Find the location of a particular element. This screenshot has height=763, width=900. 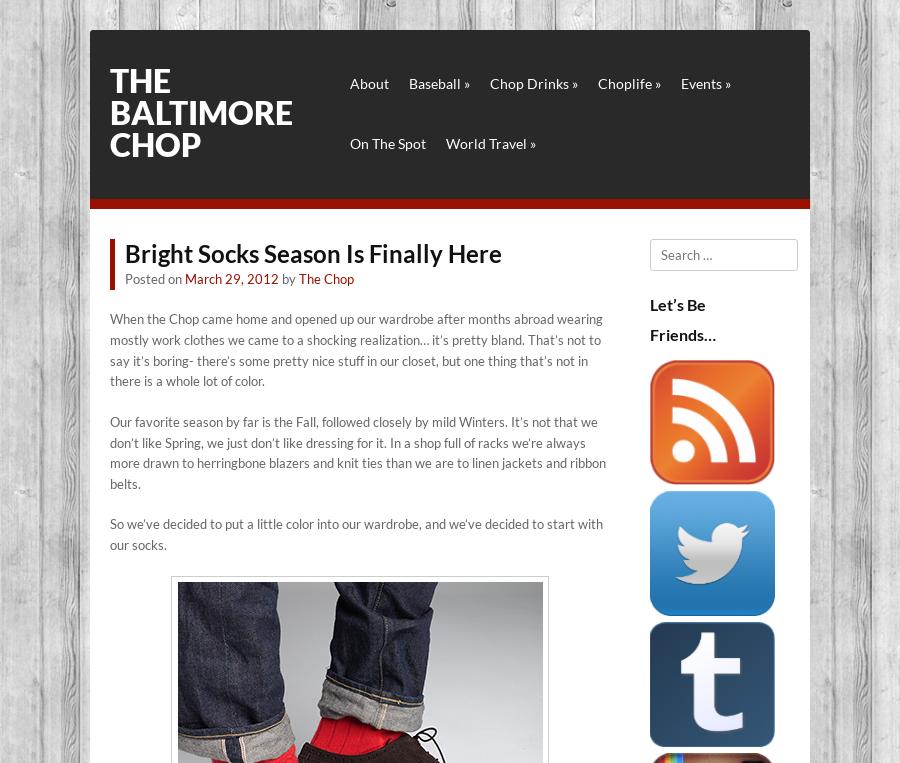

'The Chop' is located at coordinates (325, 278).